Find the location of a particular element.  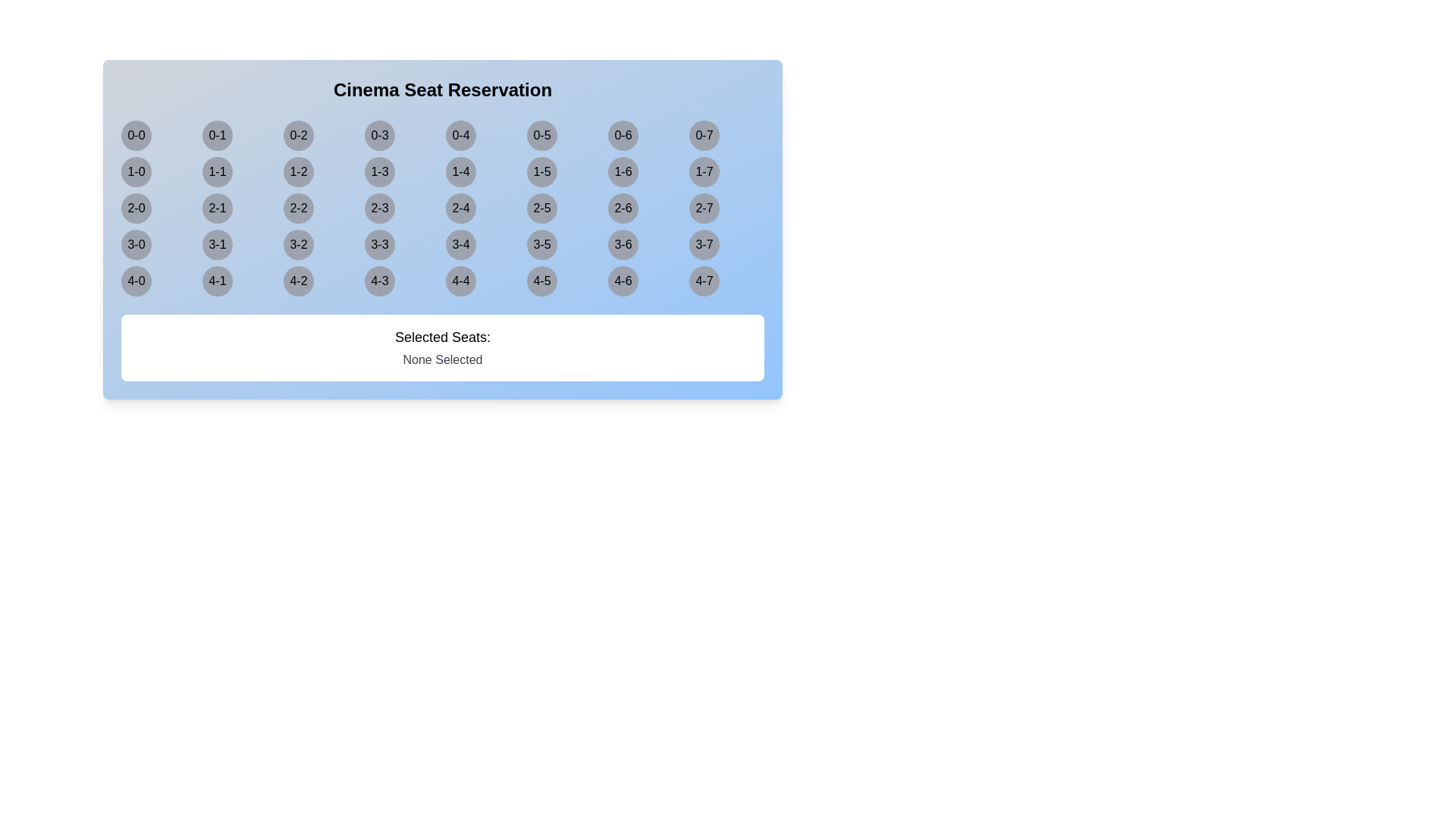

the interactive circular button labeled '0-0' in the Cinema Seat Reservation section is located at coordinates (136, 134).